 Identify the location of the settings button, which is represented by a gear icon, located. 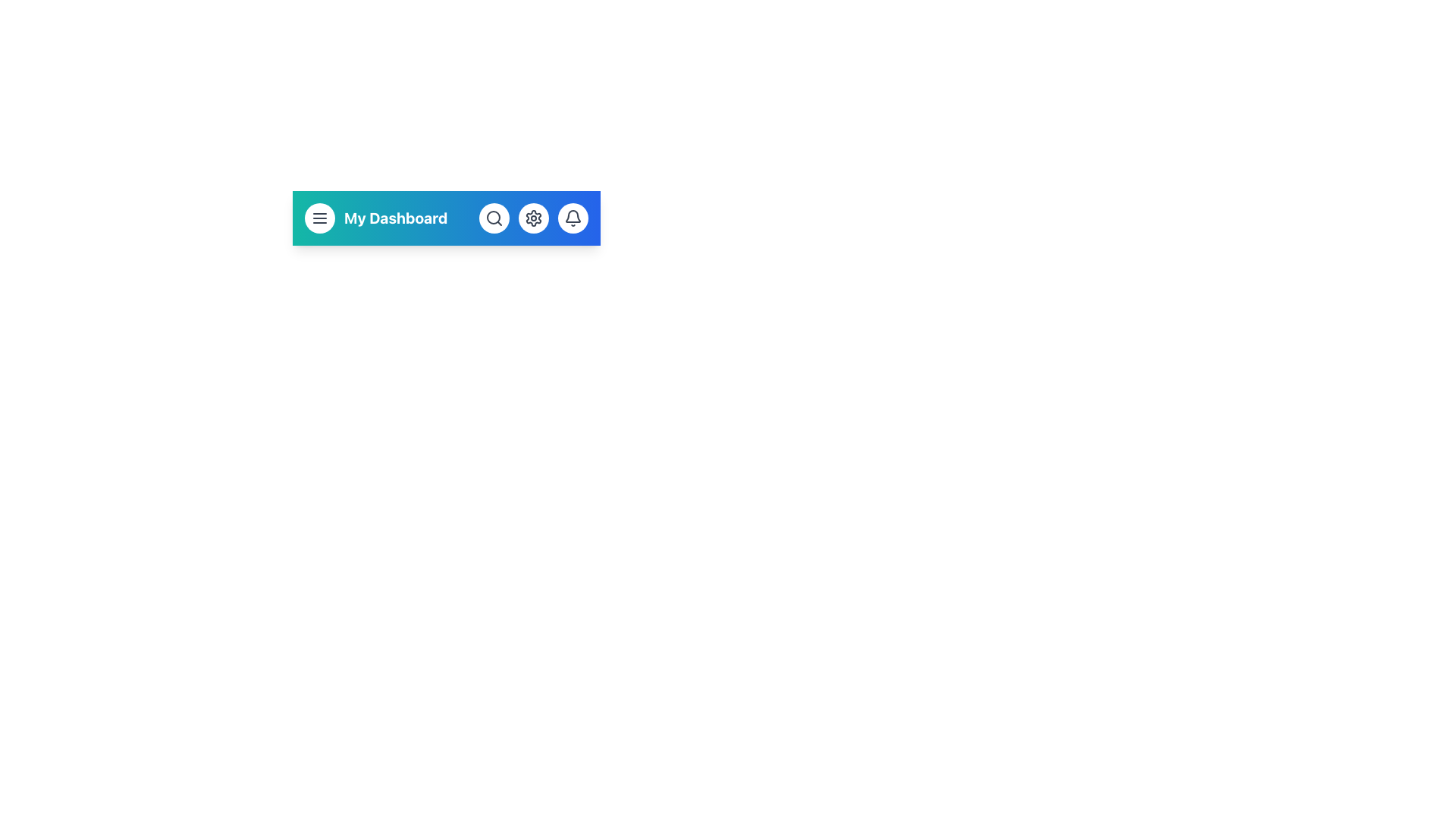
(534, 218).